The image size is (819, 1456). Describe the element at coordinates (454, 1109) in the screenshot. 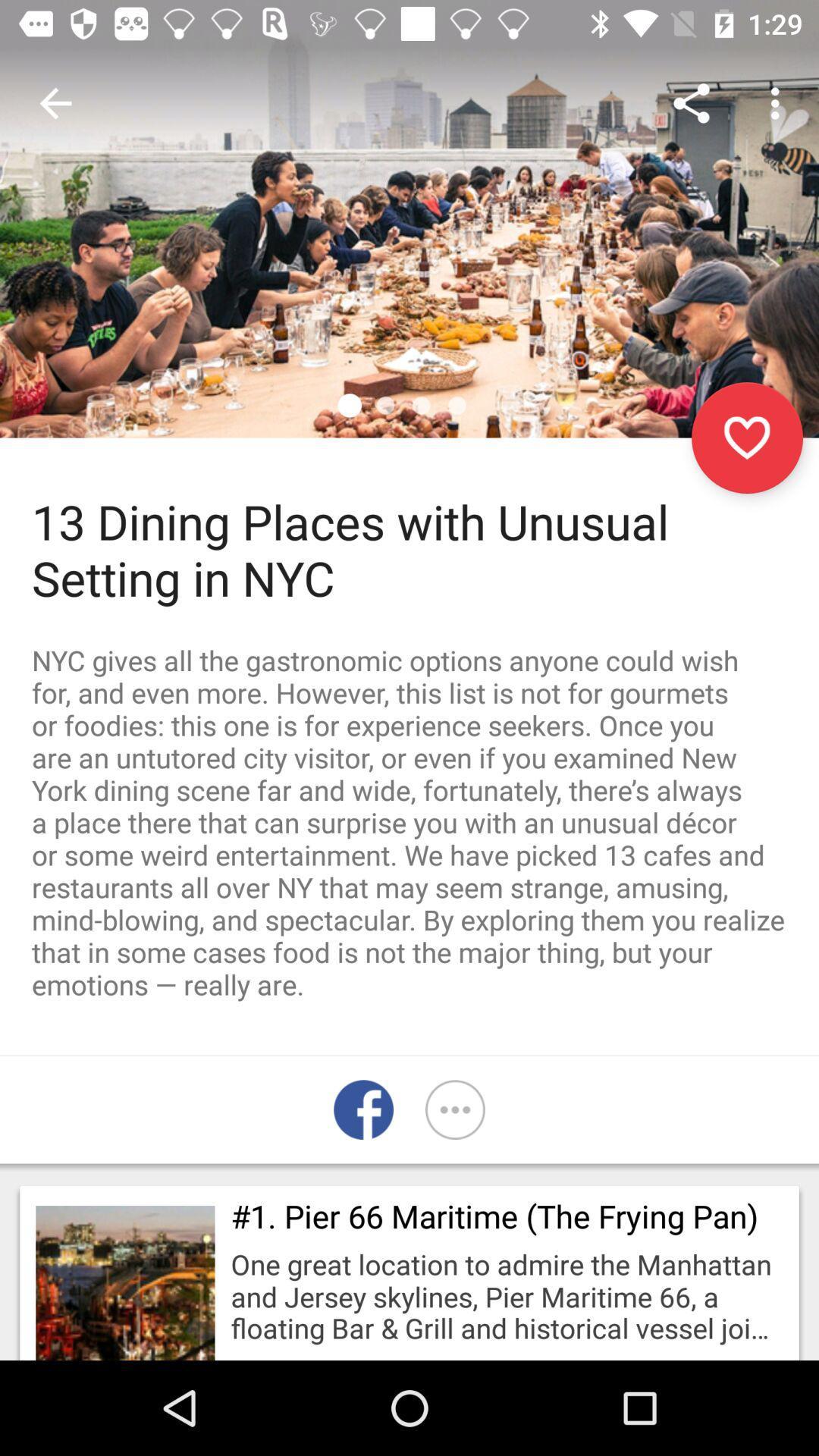

I see `more options` at that location.